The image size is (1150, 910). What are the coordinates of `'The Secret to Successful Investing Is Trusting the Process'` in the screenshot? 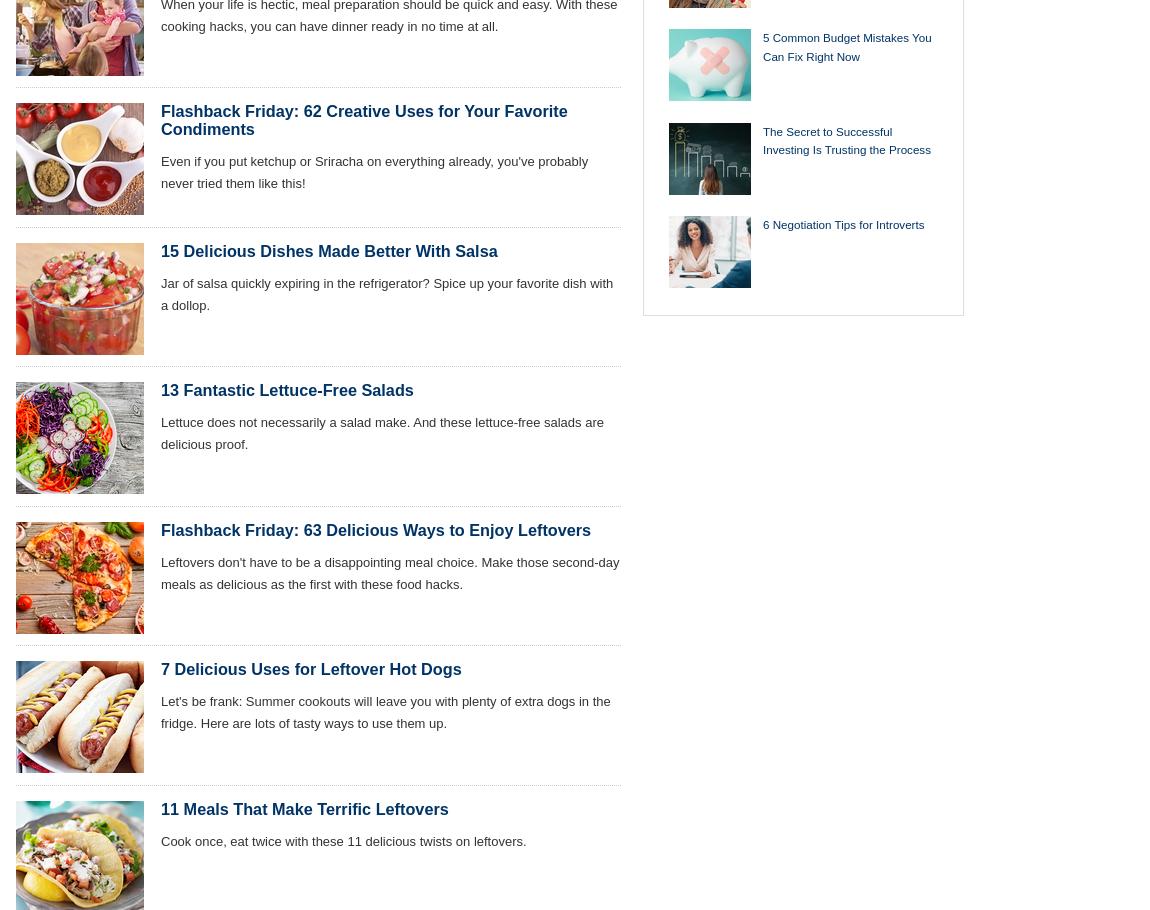 It's located at (845, 138).